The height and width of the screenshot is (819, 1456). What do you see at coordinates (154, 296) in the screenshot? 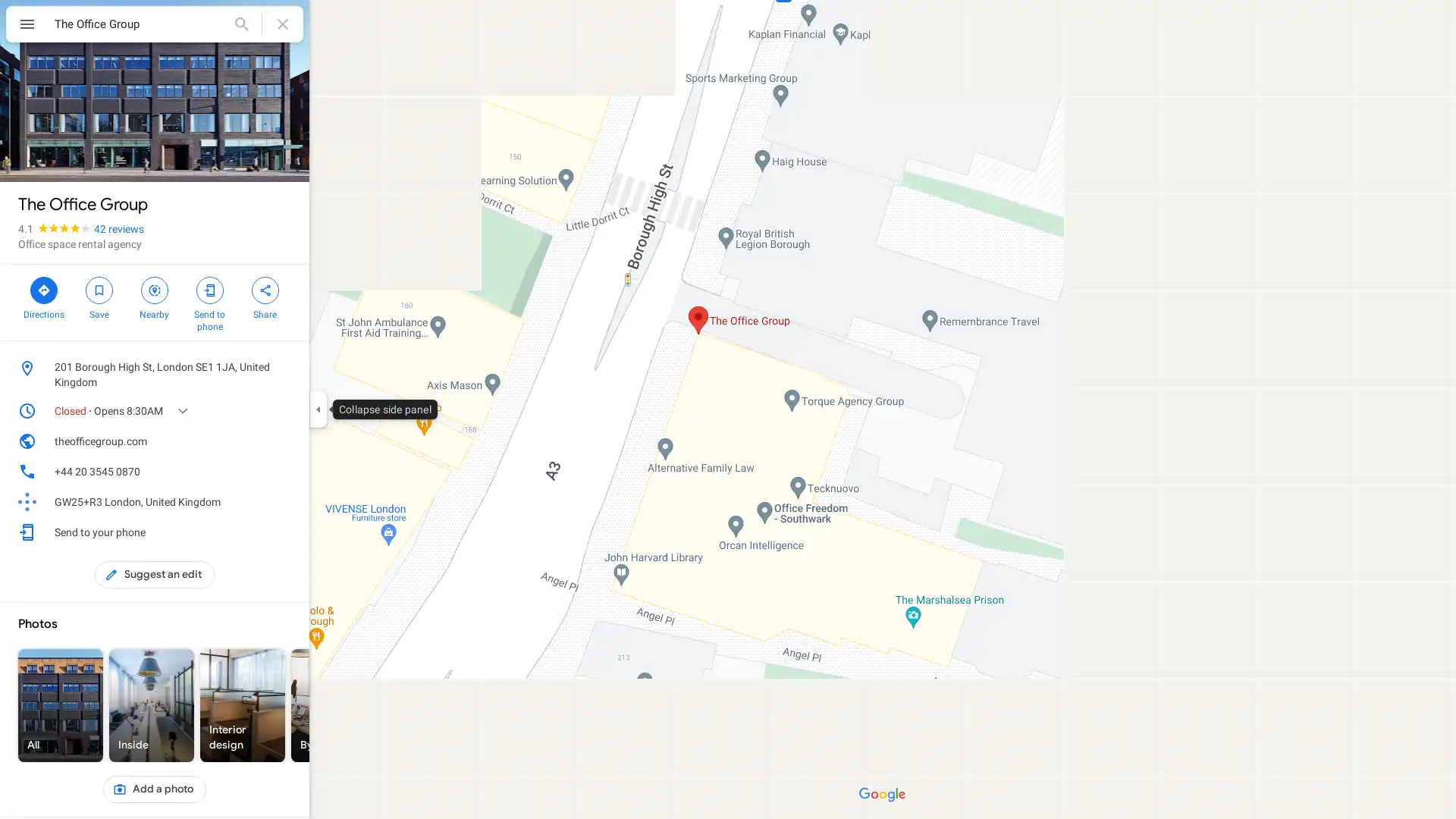
I see `Search nearby The Office Group` at bounding box center [154, 296].